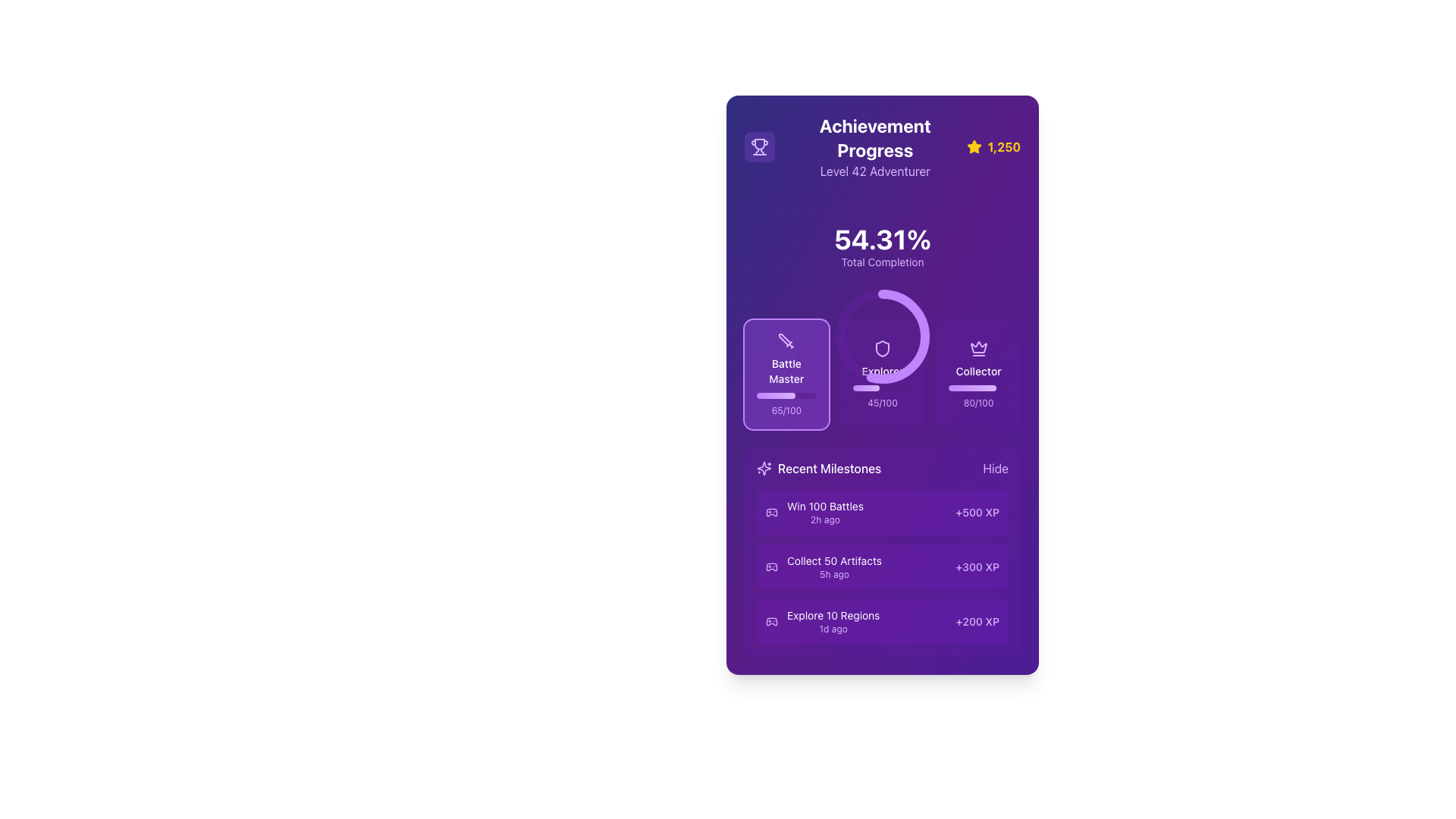 This screenshot has width=1456, height=819. What do you see at coordinates (866, 388) in the screenshot?
I see `the progress indicator within the progress bar, which is a rounded horizontal bar with a gradient from purple to lavender, located beneath the numerical progress information` at bounding box center [866, 388].